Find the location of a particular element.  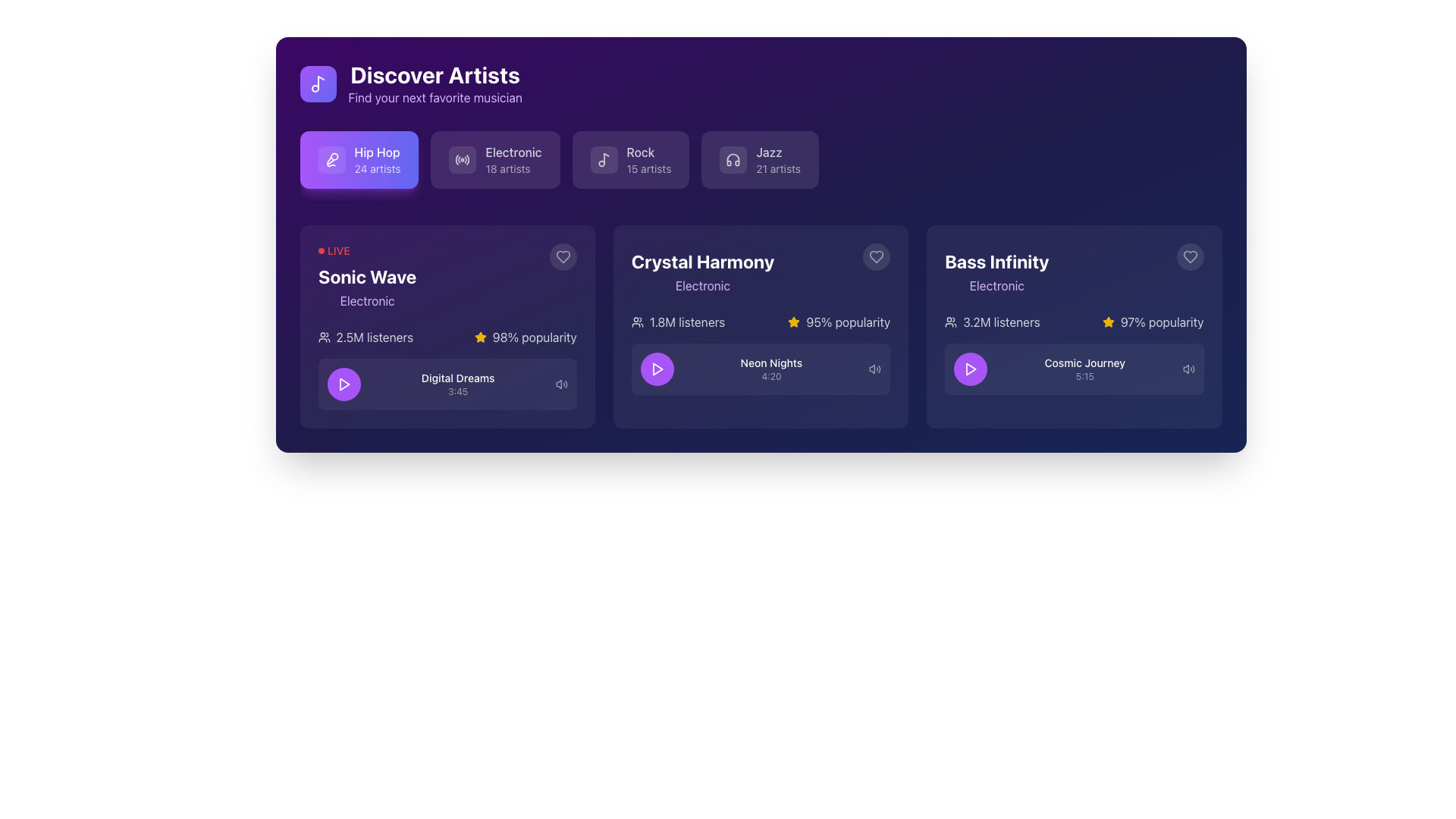

the Play button icon for 'Cosmic Journey' is located at coordinates (971, 369).